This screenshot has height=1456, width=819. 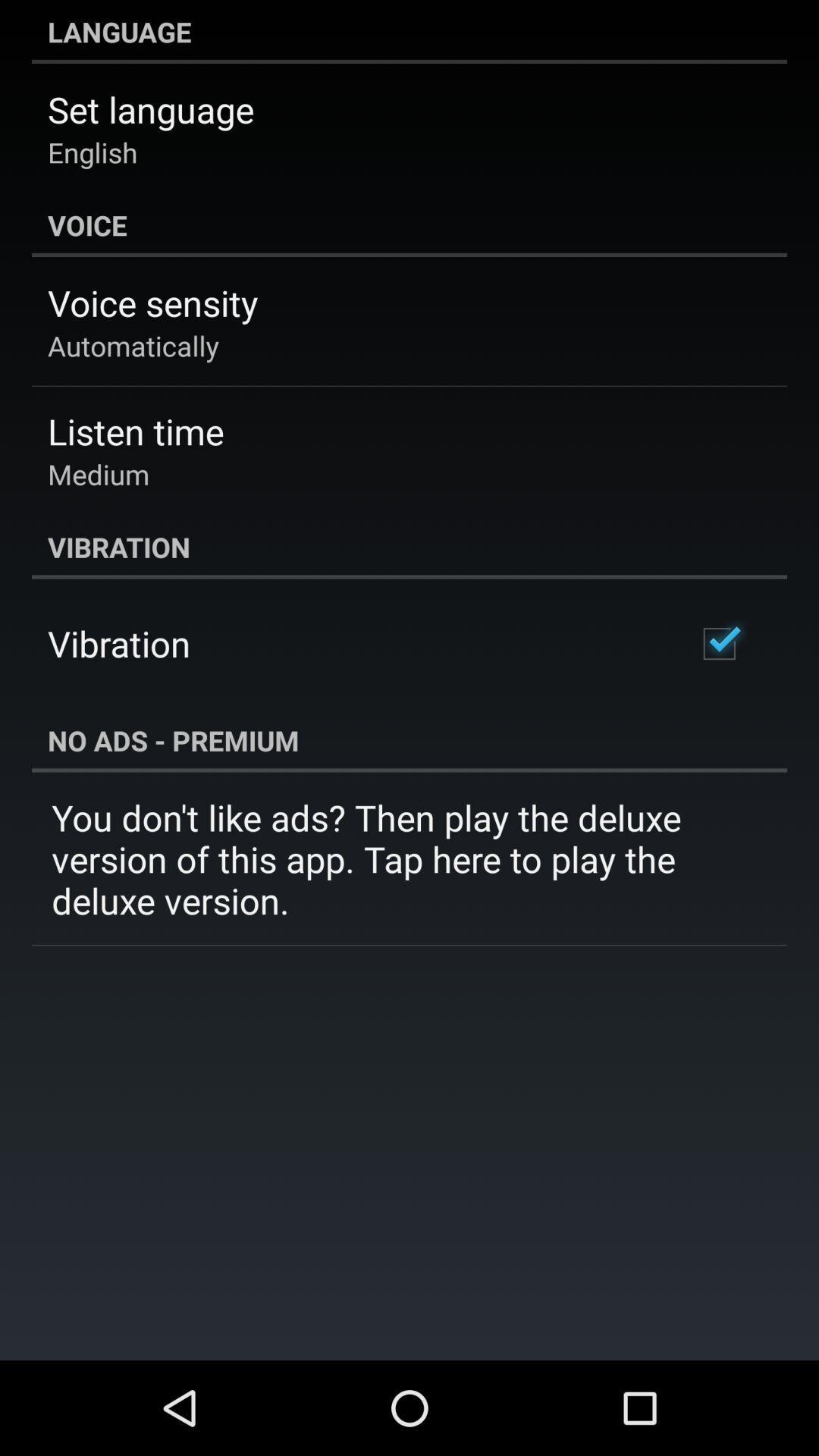 I want to click on voice sensity app, so click(x=152, y=303).